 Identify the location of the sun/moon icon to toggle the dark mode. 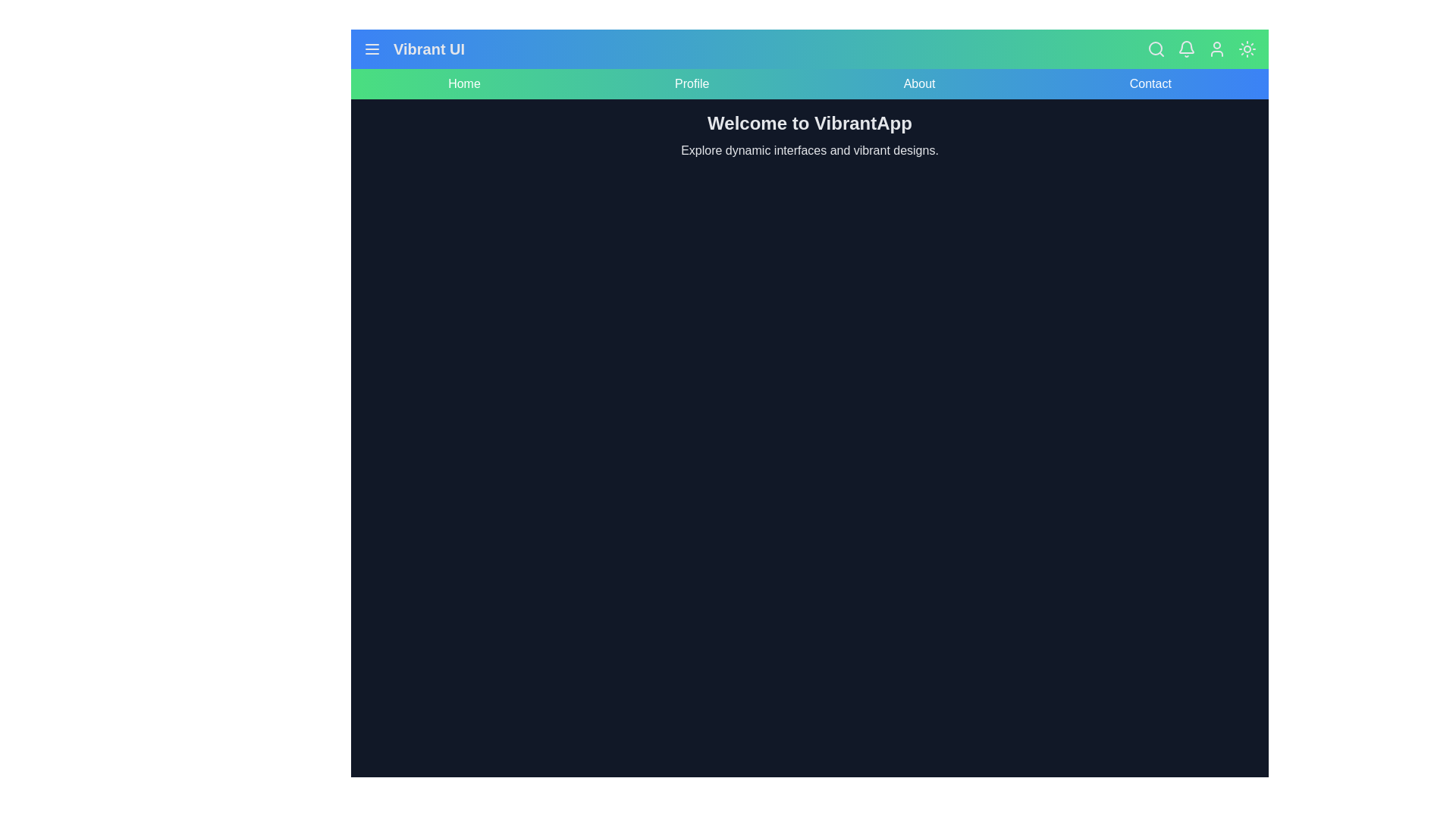
(1247, 49).